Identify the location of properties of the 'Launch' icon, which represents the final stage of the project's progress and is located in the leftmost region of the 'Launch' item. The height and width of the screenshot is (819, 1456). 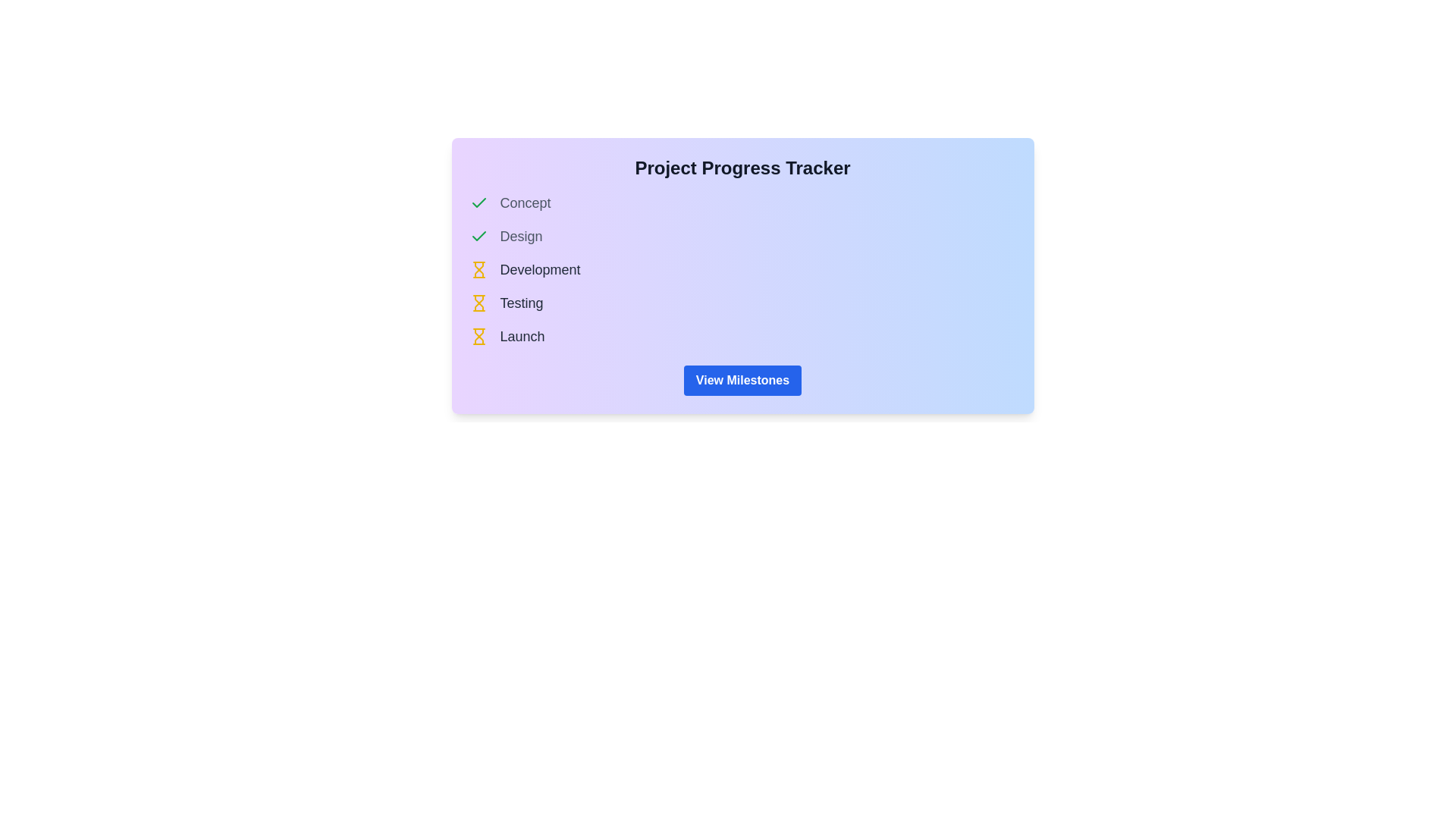
(478, 335).